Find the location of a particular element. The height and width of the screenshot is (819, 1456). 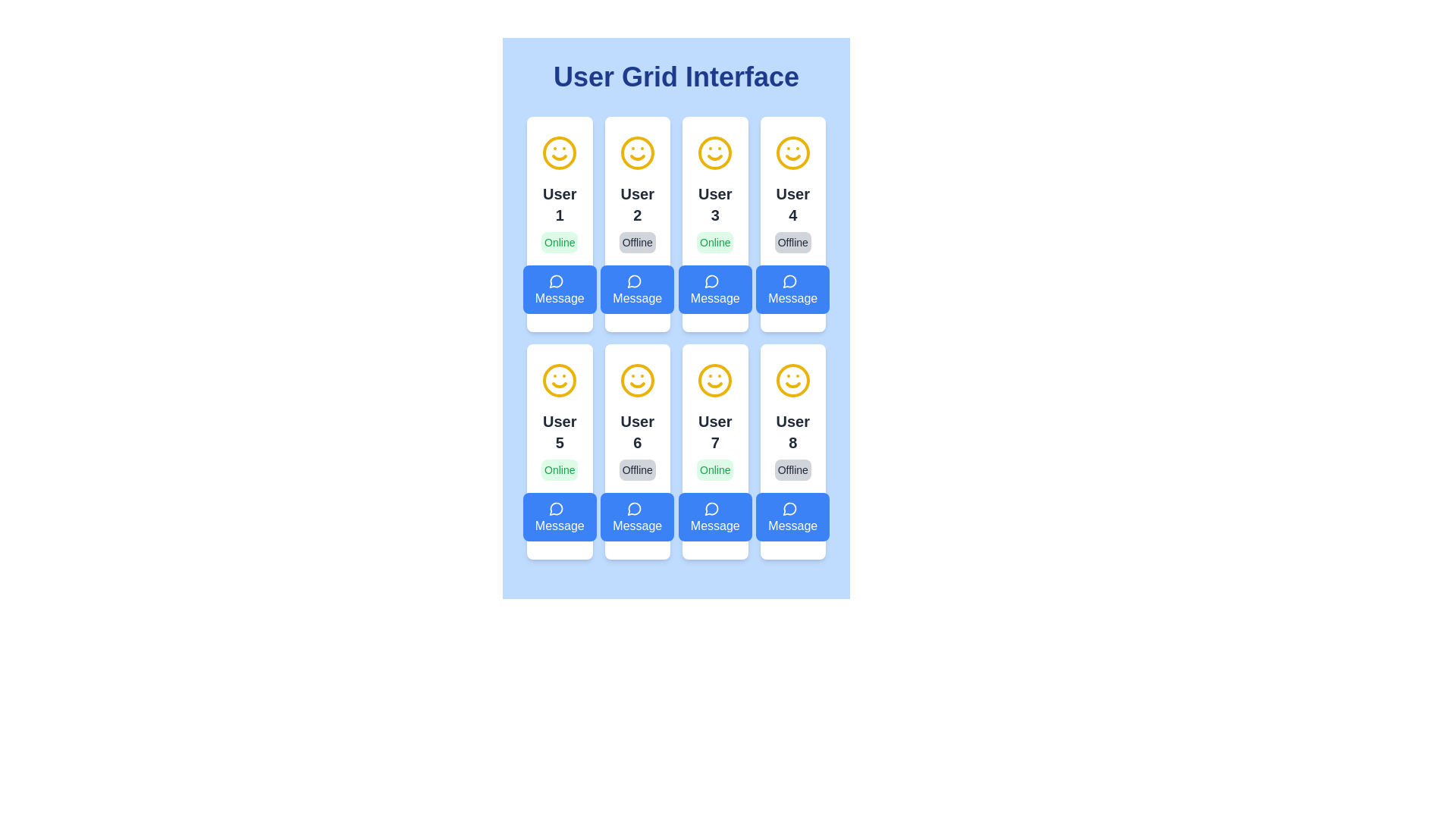

the text label displaying 'User 6' in bold black font, located in the second row and second column of the user card grid is located at coordinates (637, 432).